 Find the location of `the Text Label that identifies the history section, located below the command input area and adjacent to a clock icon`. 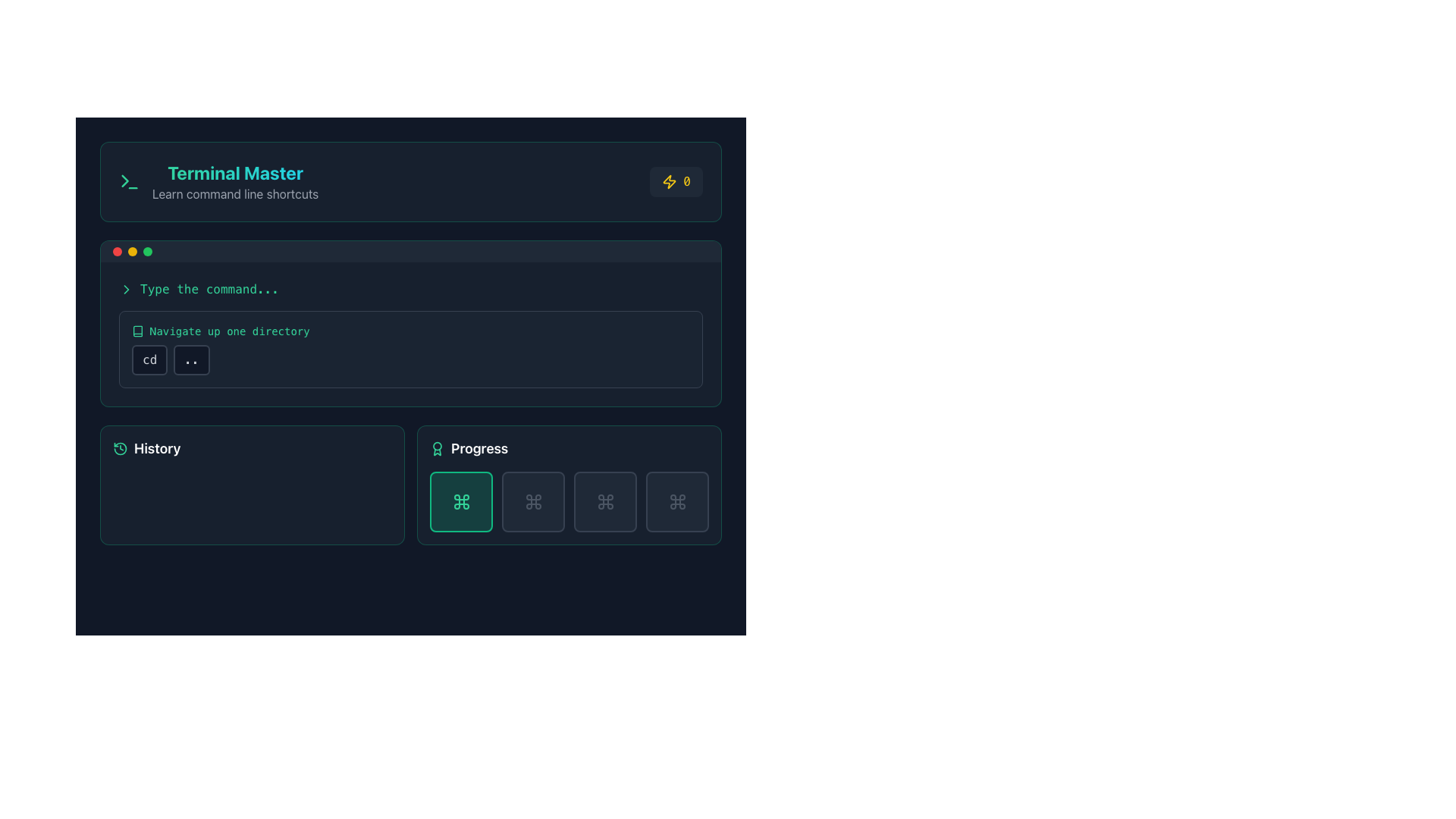

the Text Label that identifies the history section, located below the command input area and adjacent to a clock icon is located at coordinates (157, 447).